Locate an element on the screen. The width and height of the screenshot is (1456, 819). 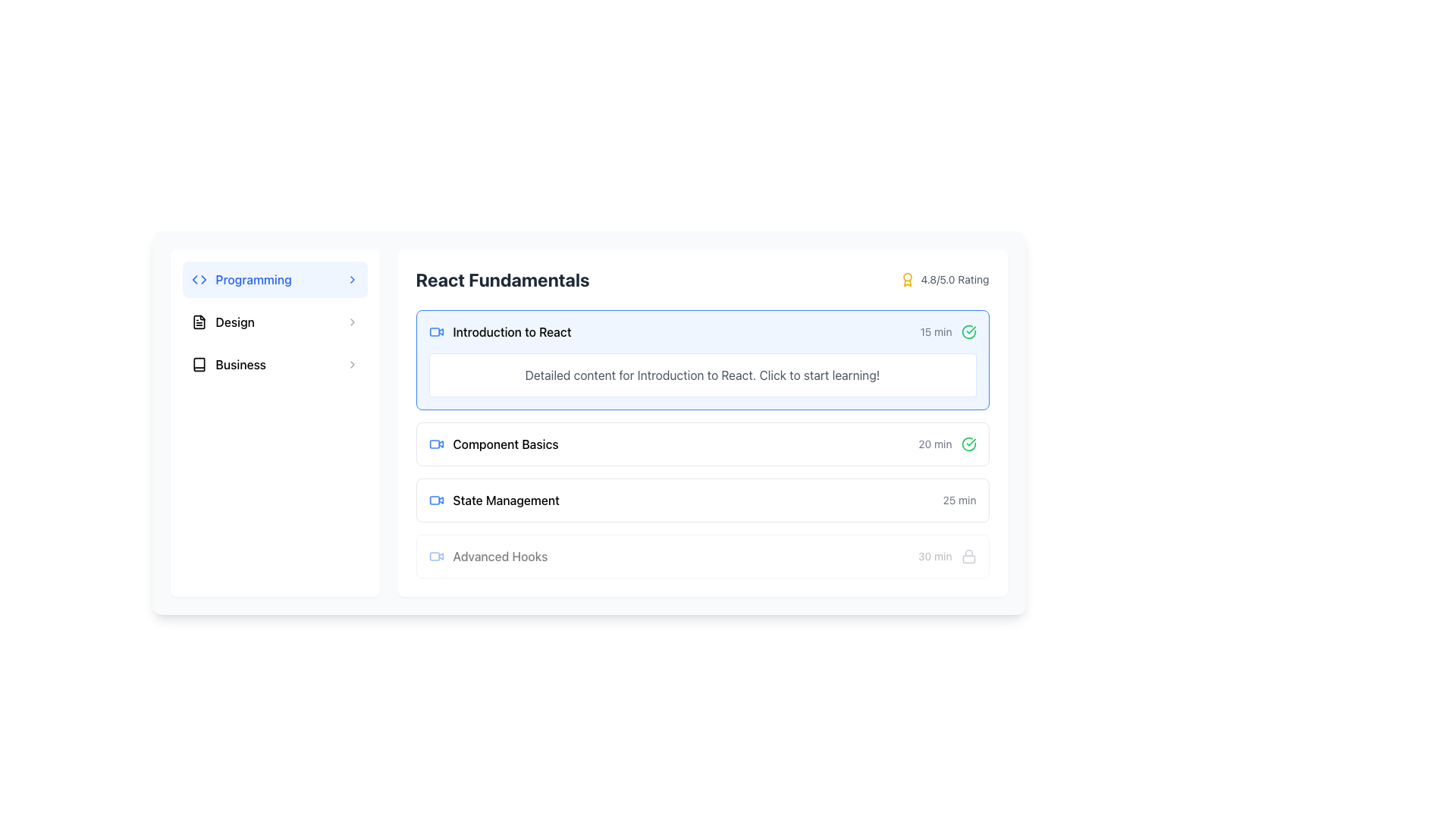
the descriptive text block providing information about the course module titled 'Introduction to React', located below the title within the module card is located at coordinates (701, 375).